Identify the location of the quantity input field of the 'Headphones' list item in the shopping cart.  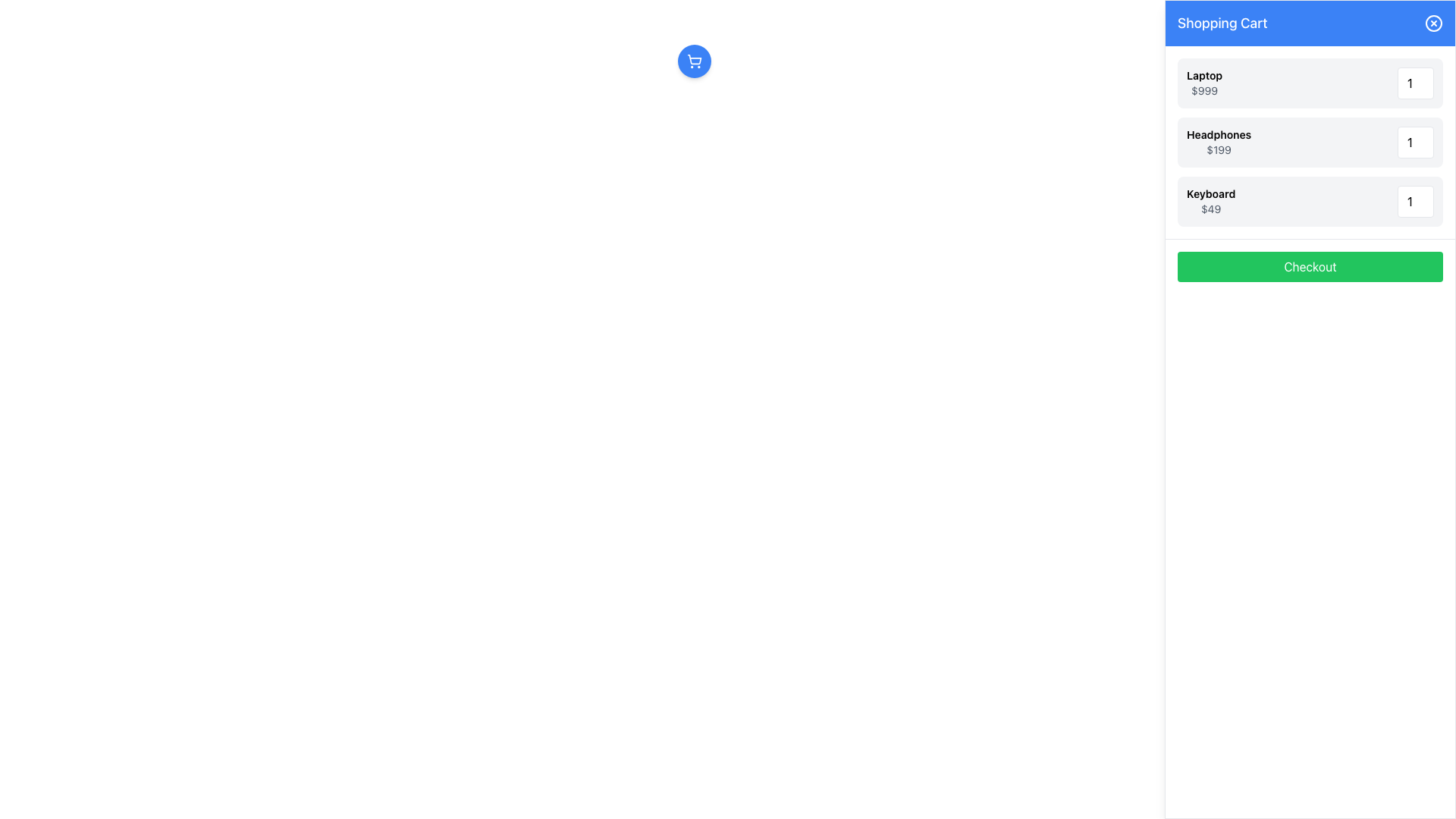
(1310, 143).